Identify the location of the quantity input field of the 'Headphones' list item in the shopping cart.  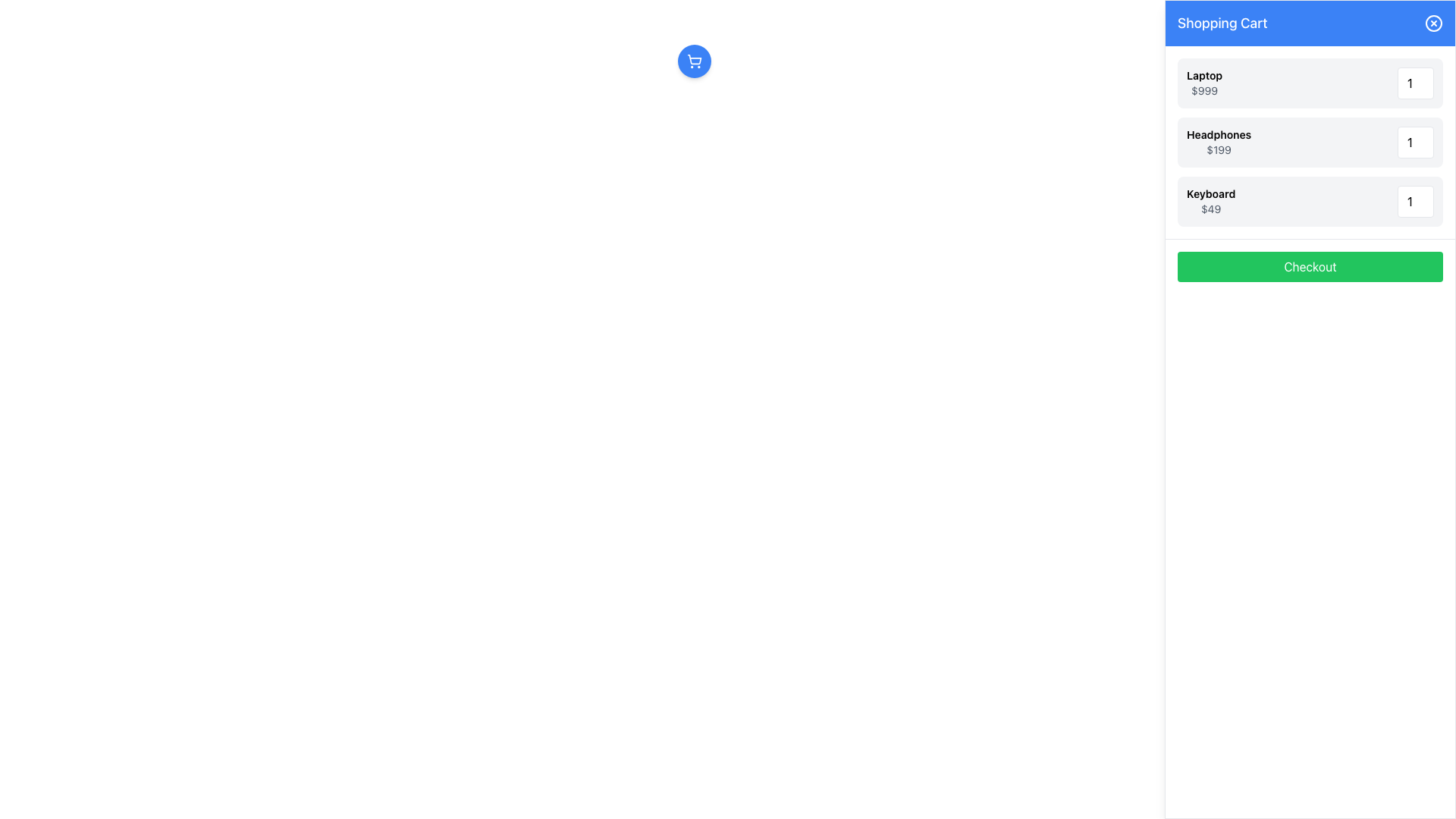
(1310, 143).